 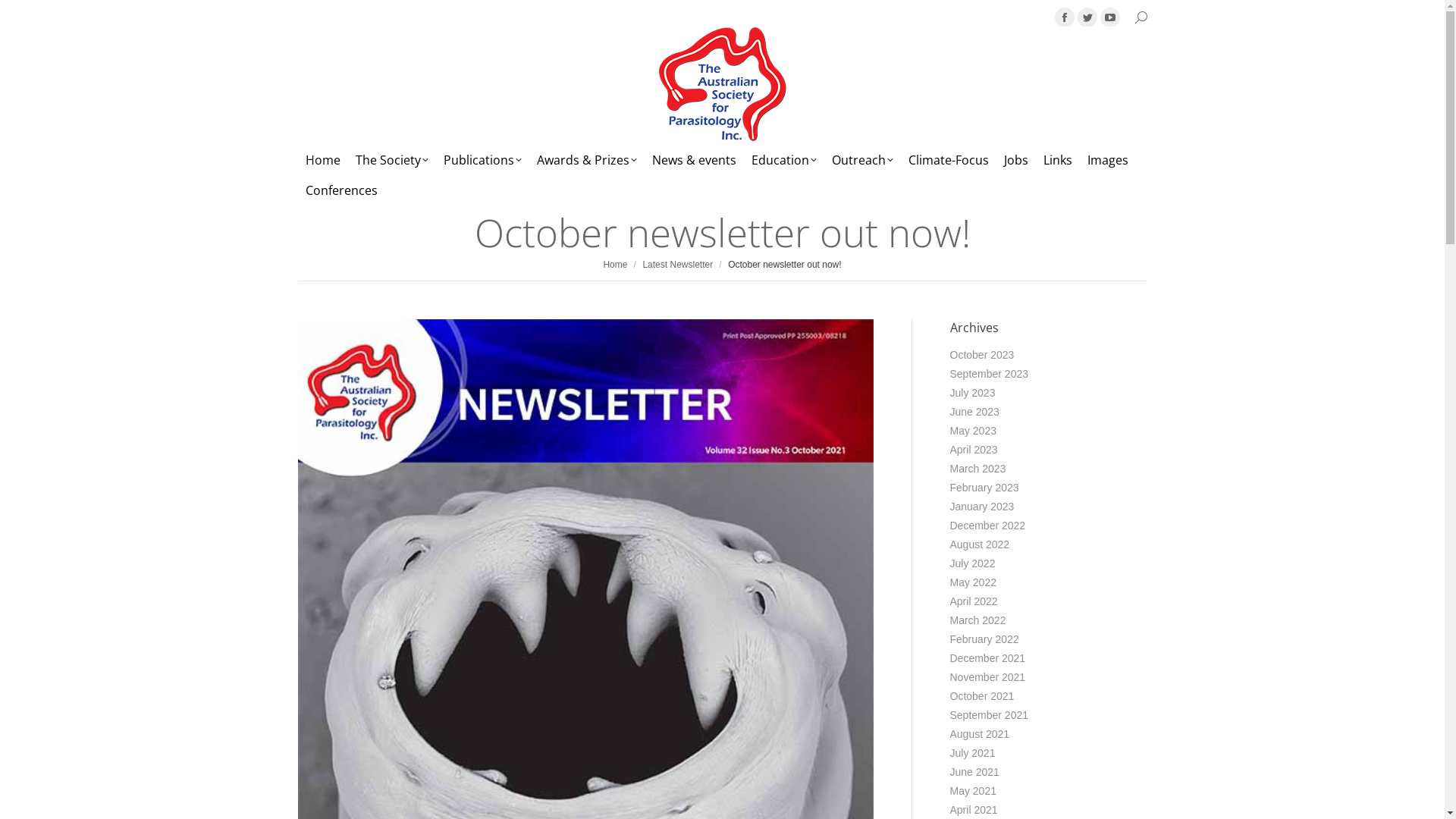 I want to click on 'Education', so click(x=783, y=160).